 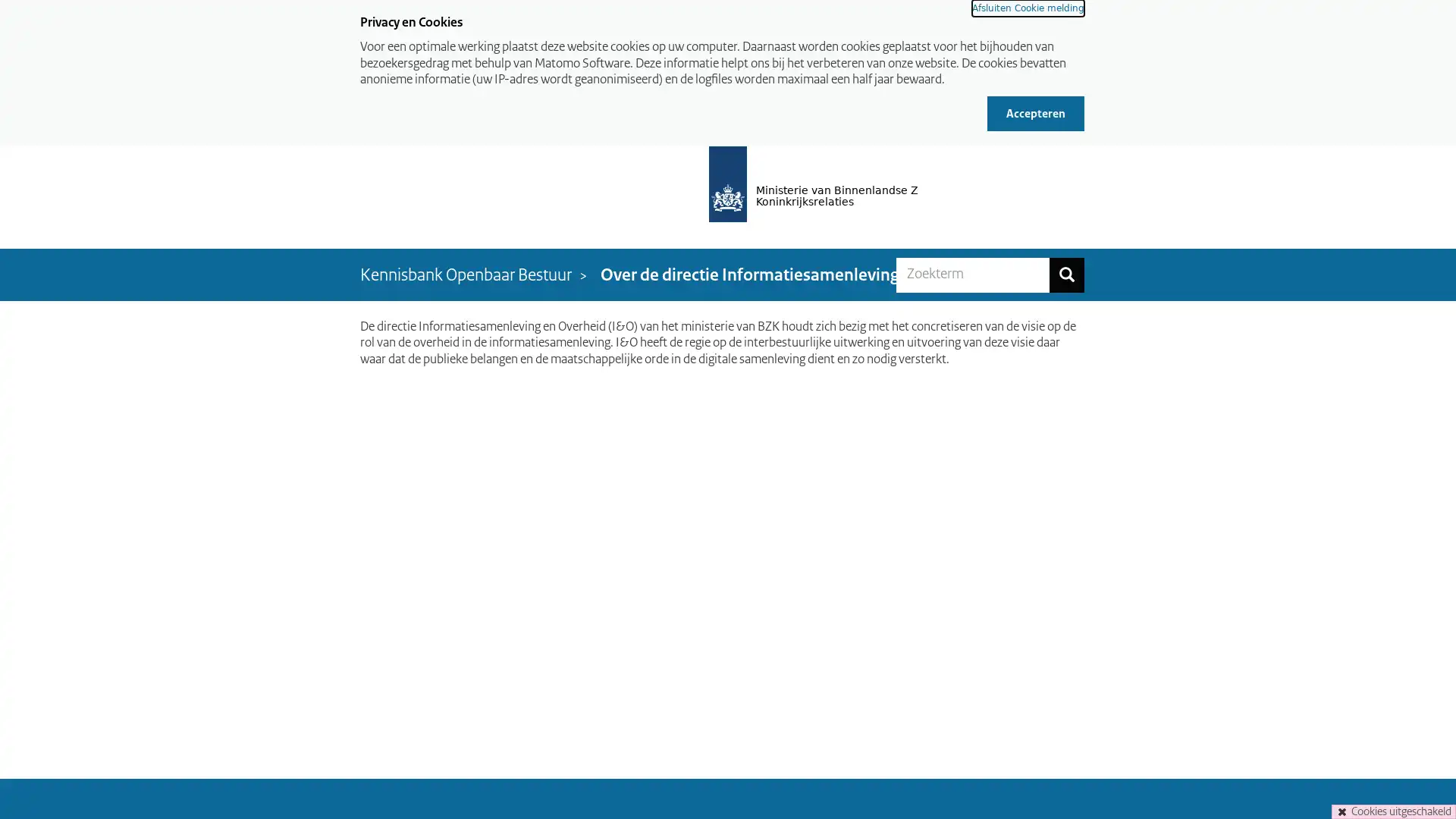 I want to click on Accepteren, so click(x=1035, y=112).